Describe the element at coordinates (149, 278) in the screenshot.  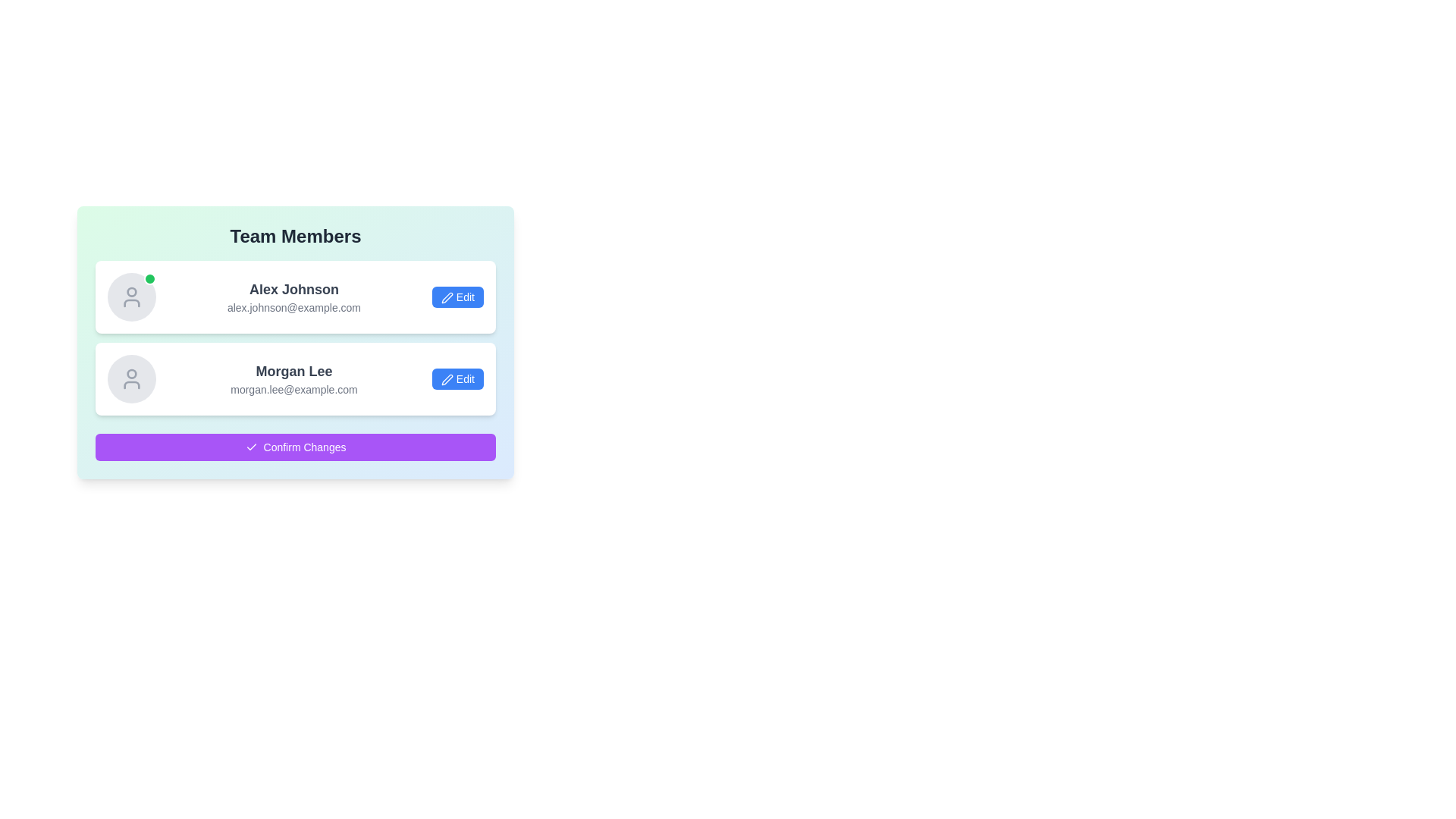
I see `the small green circular status indicator located at the top-right corner of the user profile picture for Alex Johnson` at that location.